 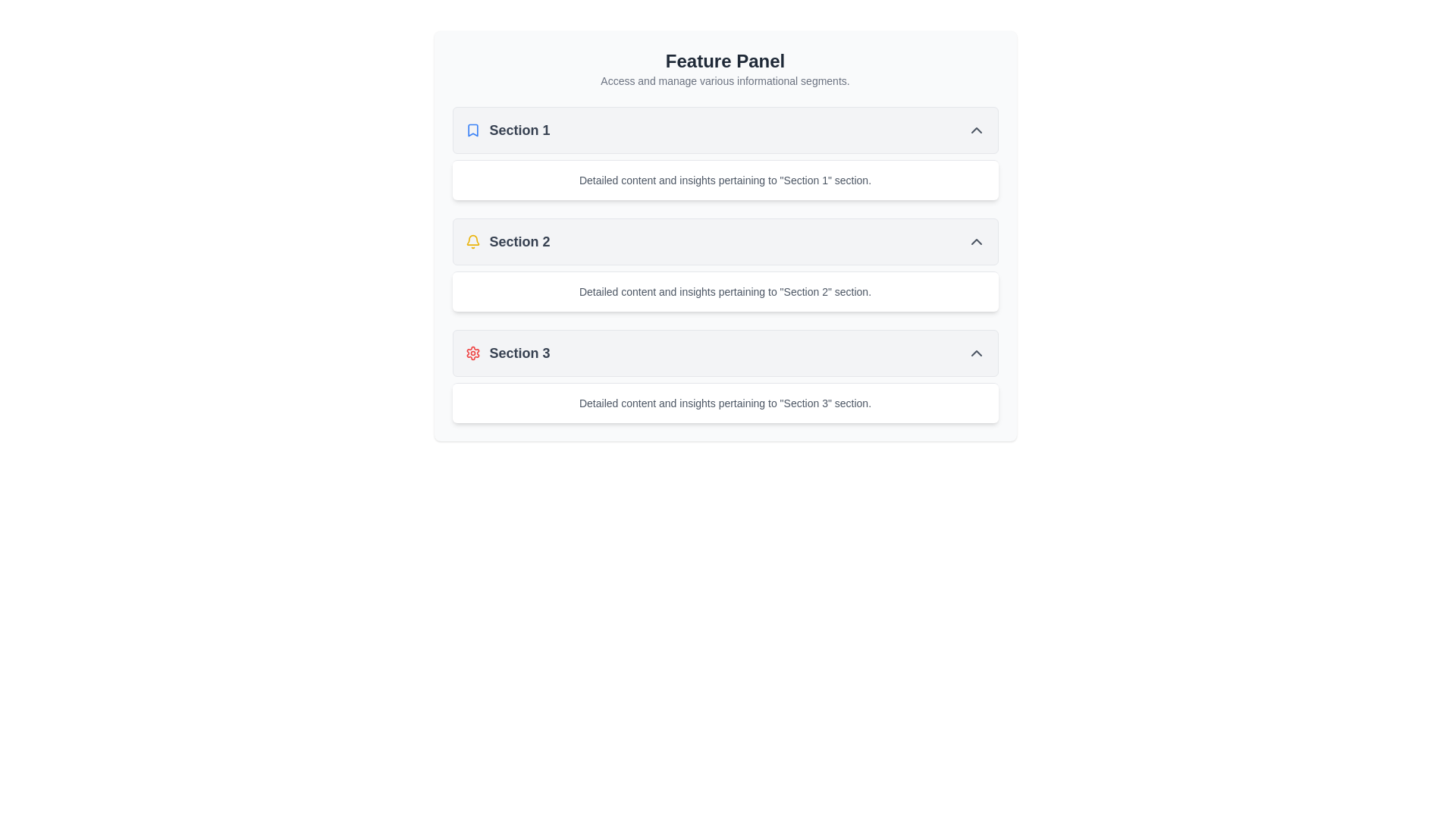 What do you see at coordinates (472, 241) in the screenshot?
I see `the yellow bell icon indicating notifications or alerts, which is located to the left of the text 'Section 2' in the second row of sections` at bounding box center [472, 241].